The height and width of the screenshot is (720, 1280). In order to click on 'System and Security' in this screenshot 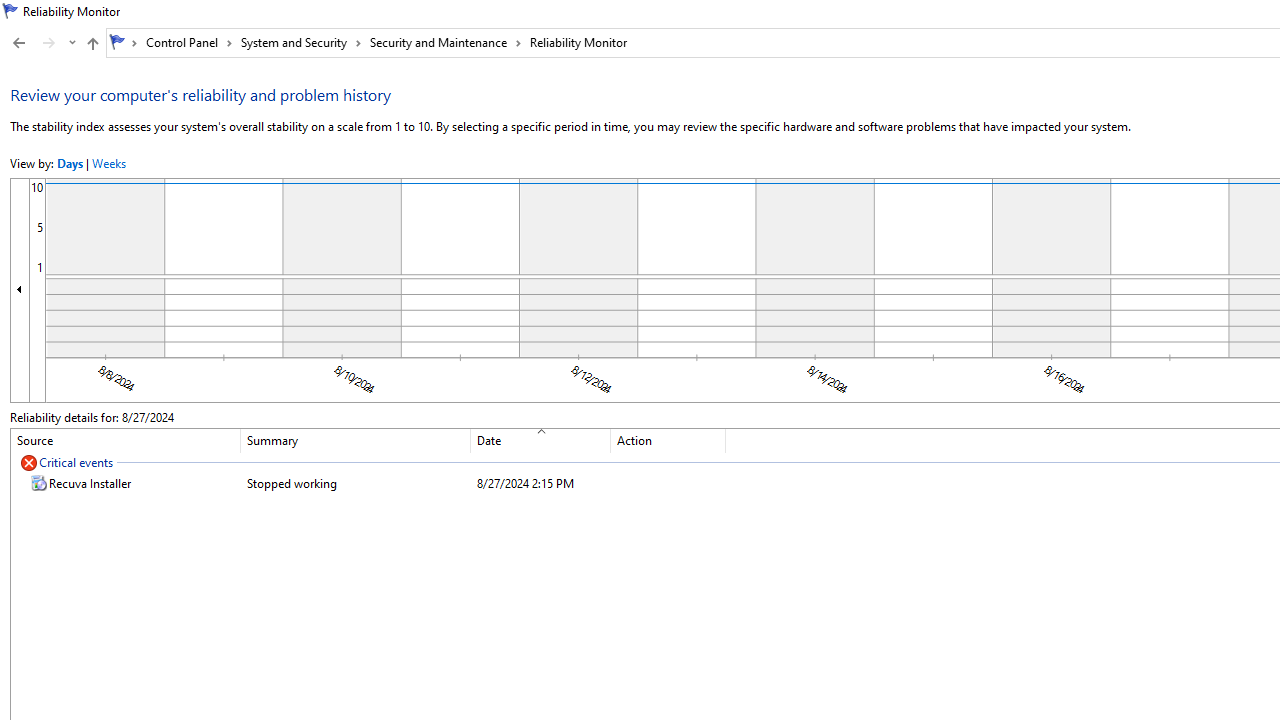, I will do `click(300, 42)`.